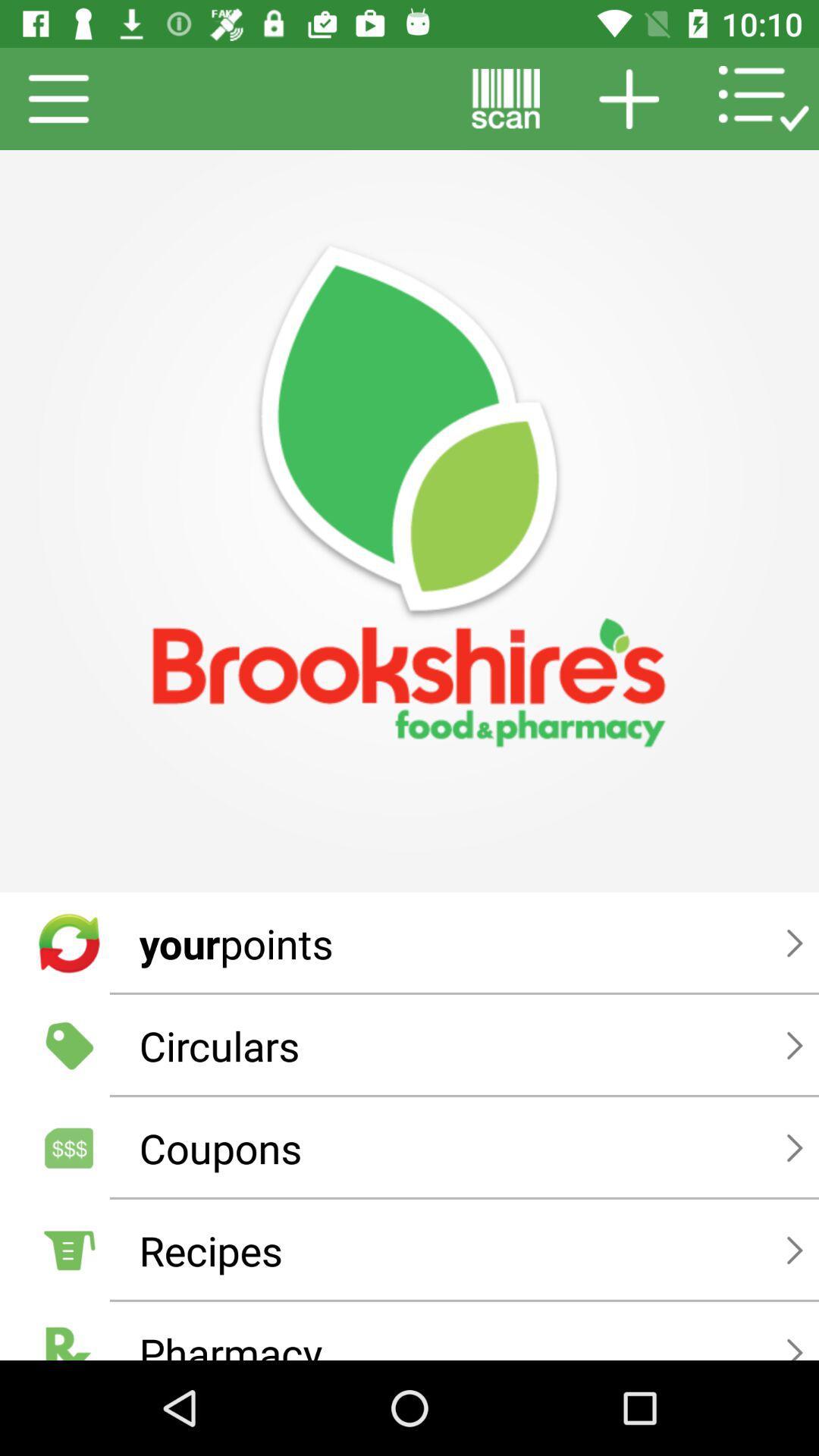 The height and width of the screenshot is (1456, 819). I want to click on the add icon, so click(629, 98).